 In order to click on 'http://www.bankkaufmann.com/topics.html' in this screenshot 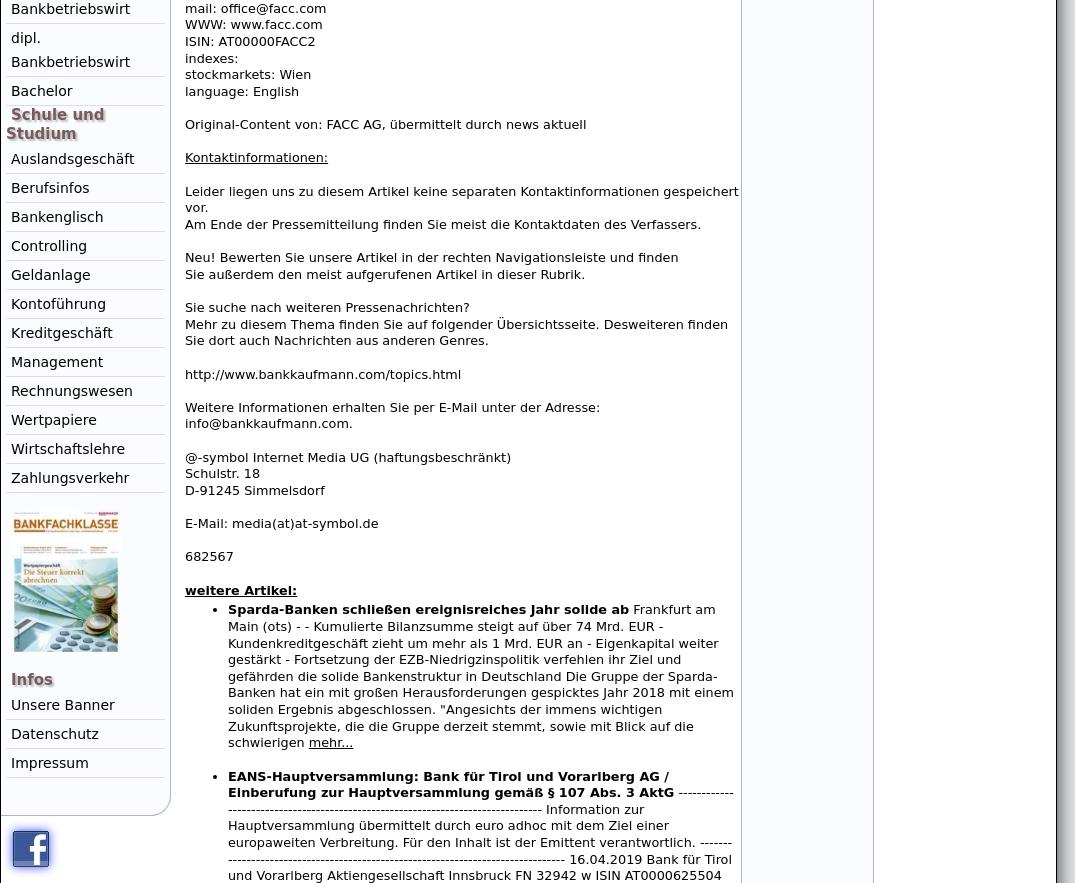, I will do `click(322, 373)`.